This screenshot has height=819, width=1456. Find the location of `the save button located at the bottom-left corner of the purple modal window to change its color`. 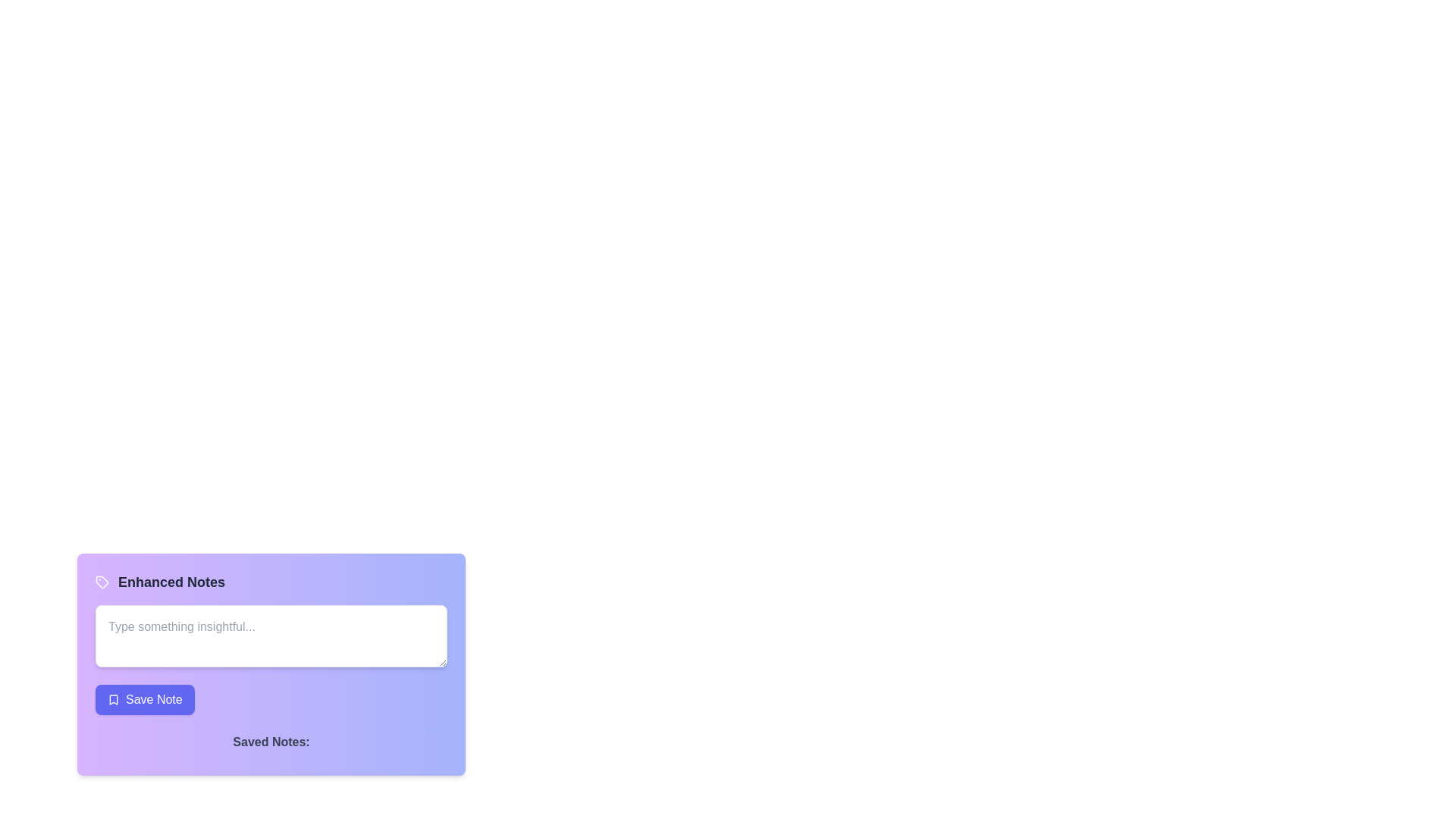

the save button located at the bottom-left corner of the purple modal window to change its color is located at coordinates (145, 699).